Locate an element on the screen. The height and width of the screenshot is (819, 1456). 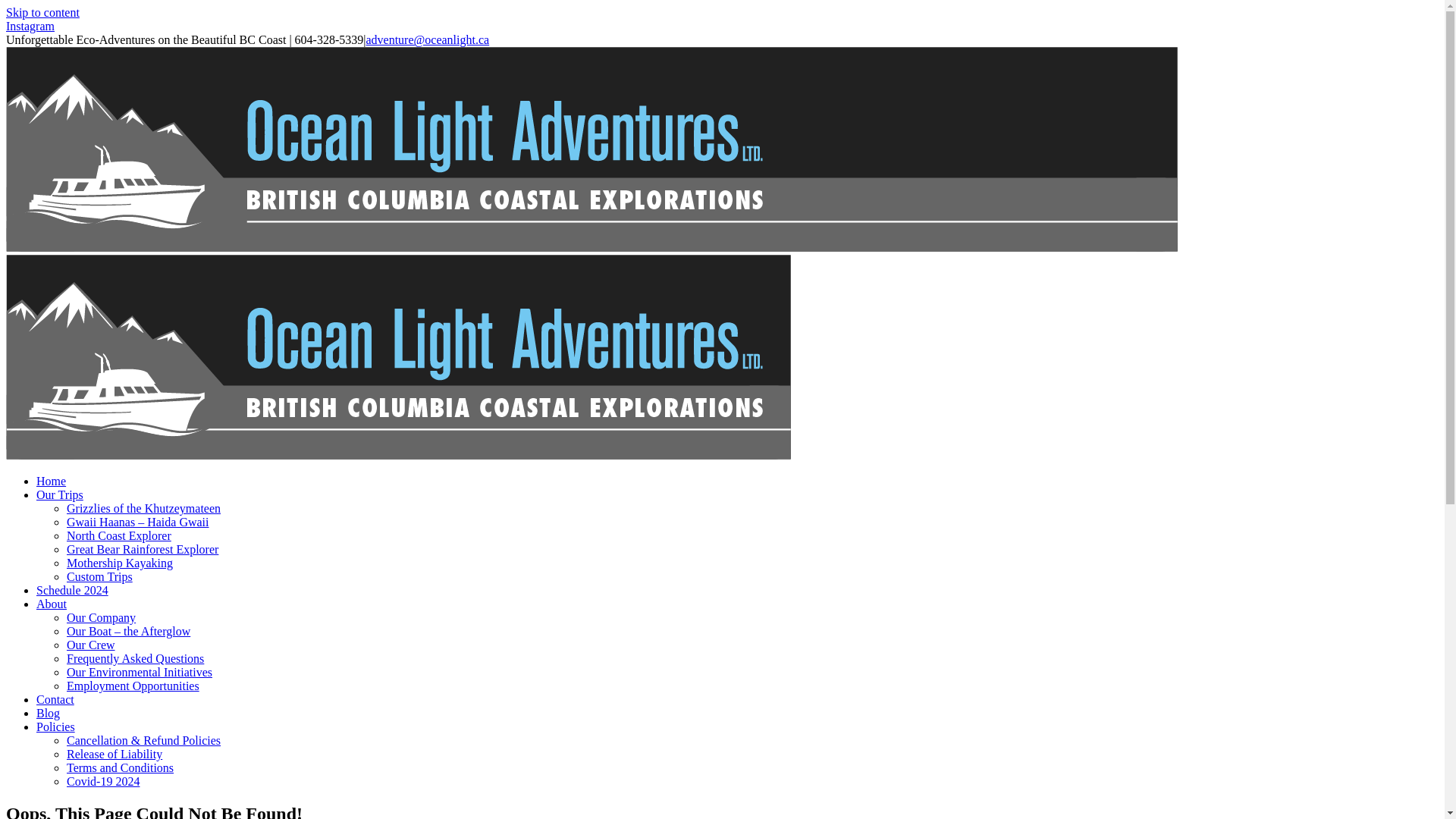
'Skip to content' is located at coordinates (42, 12).